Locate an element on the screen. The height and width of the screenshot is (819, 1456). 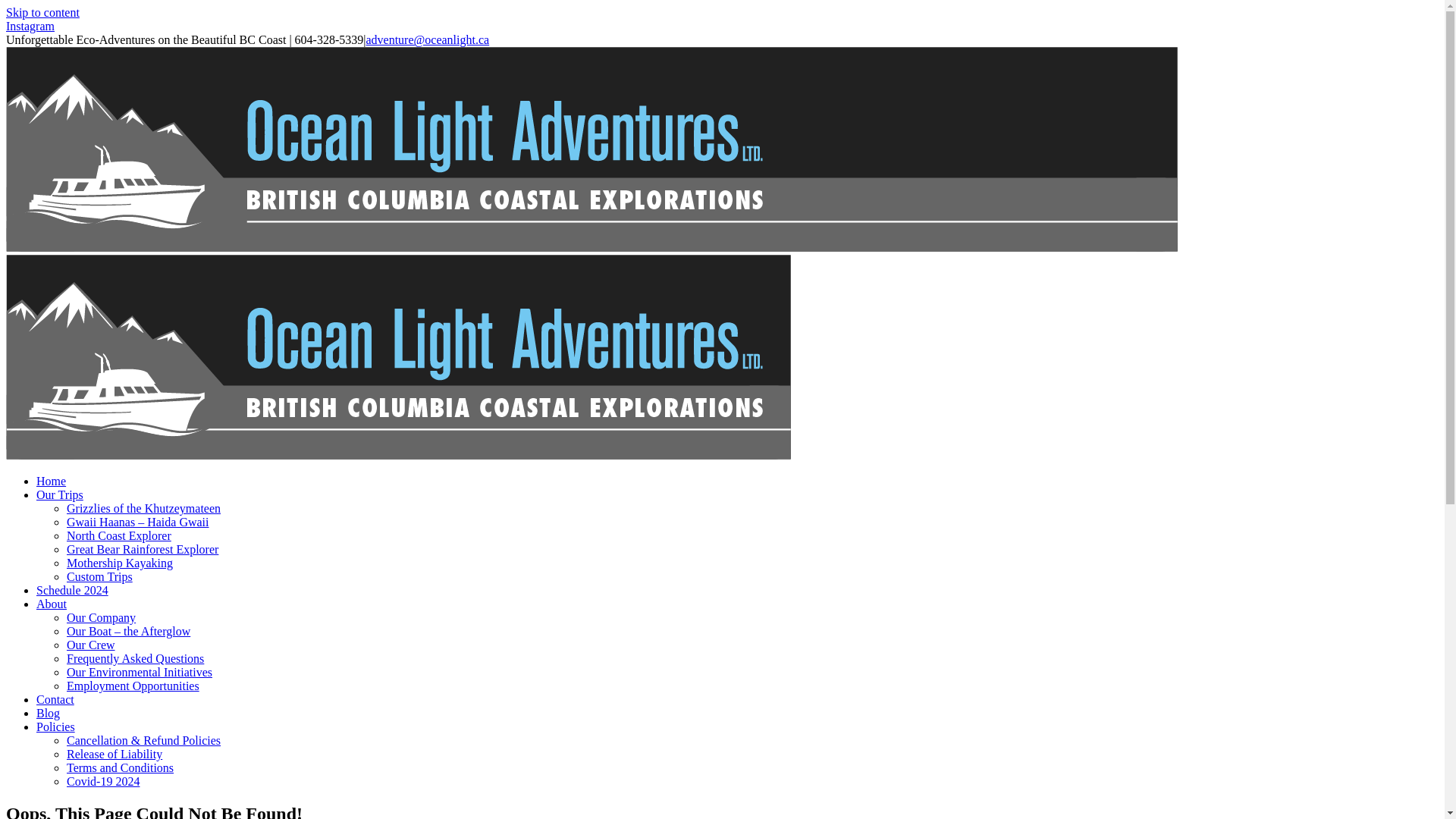
'Skip to content' is located at coordinates (42, 12).